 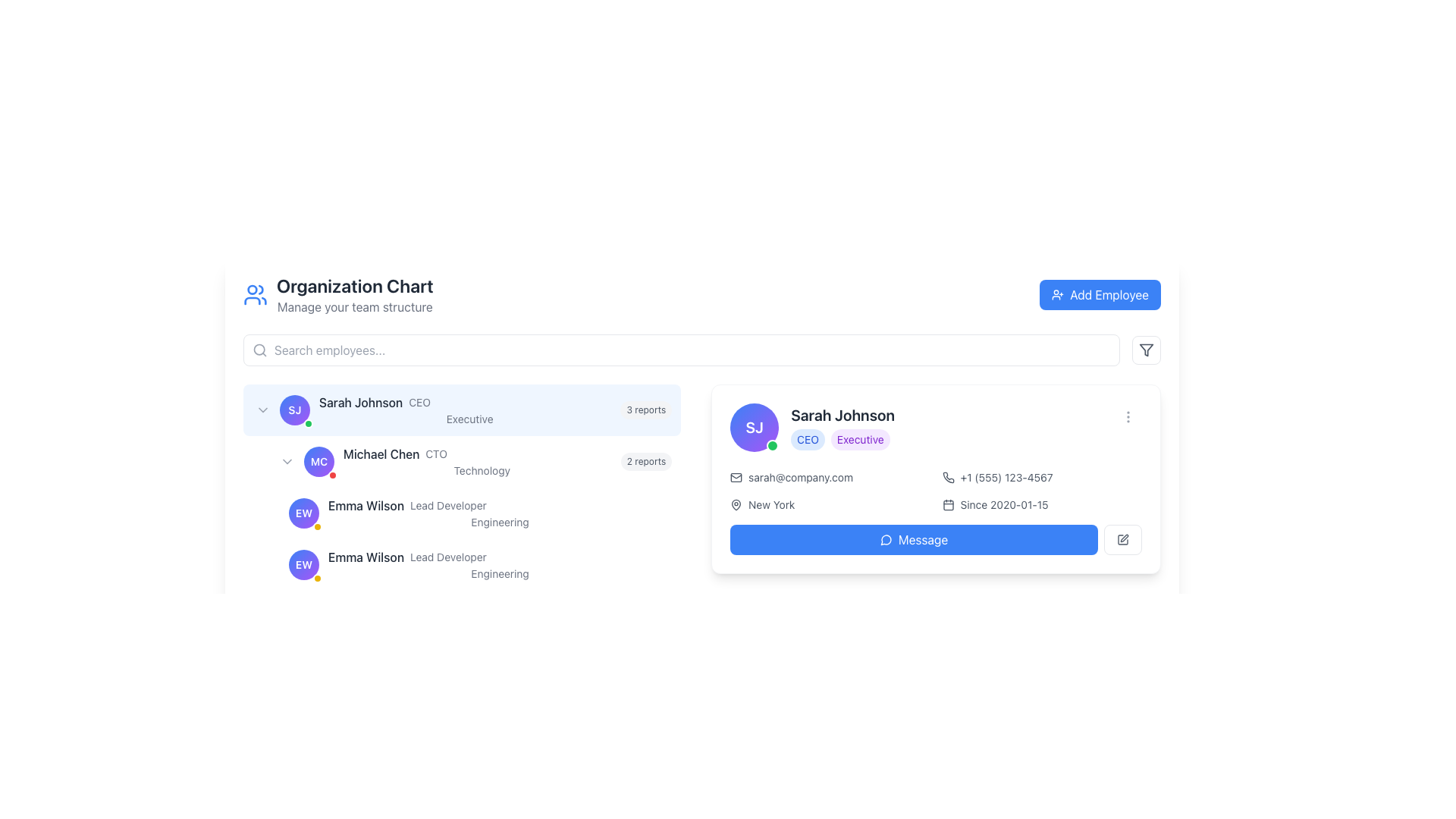 What do you see at coordinates (259, 350) in the screenshot?
I see `the central SVG circle of the search icon, which indicates searching functionality` at bounding box center [259, 350].